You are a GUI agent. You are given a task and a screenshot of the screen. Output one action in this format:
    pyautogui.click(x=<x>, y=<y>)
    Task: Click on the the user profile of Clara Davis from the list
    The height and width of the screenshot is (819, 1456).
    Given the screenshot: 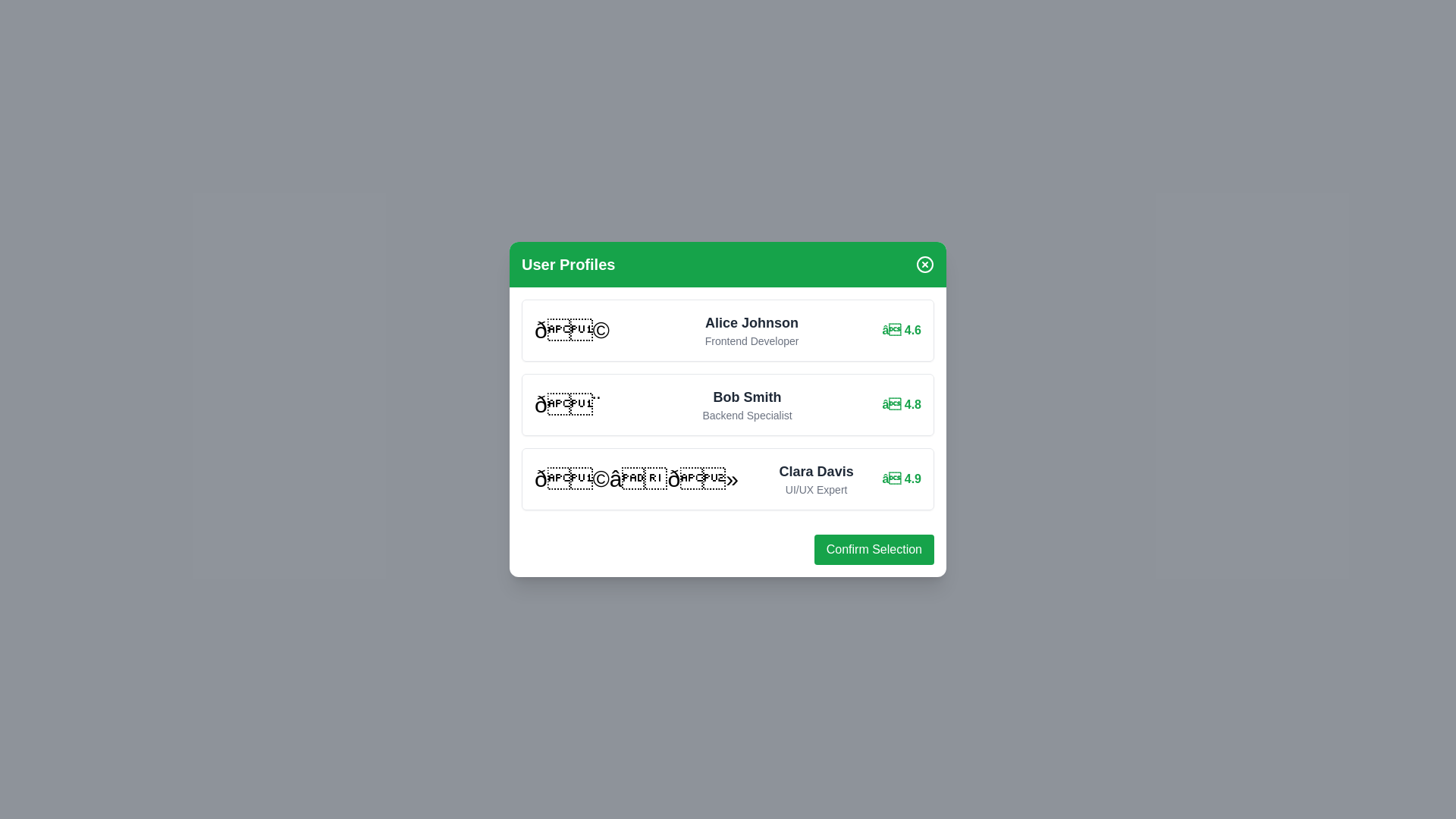 What is the action you would take?
    pyautogui.click(x=728, y=479)
    